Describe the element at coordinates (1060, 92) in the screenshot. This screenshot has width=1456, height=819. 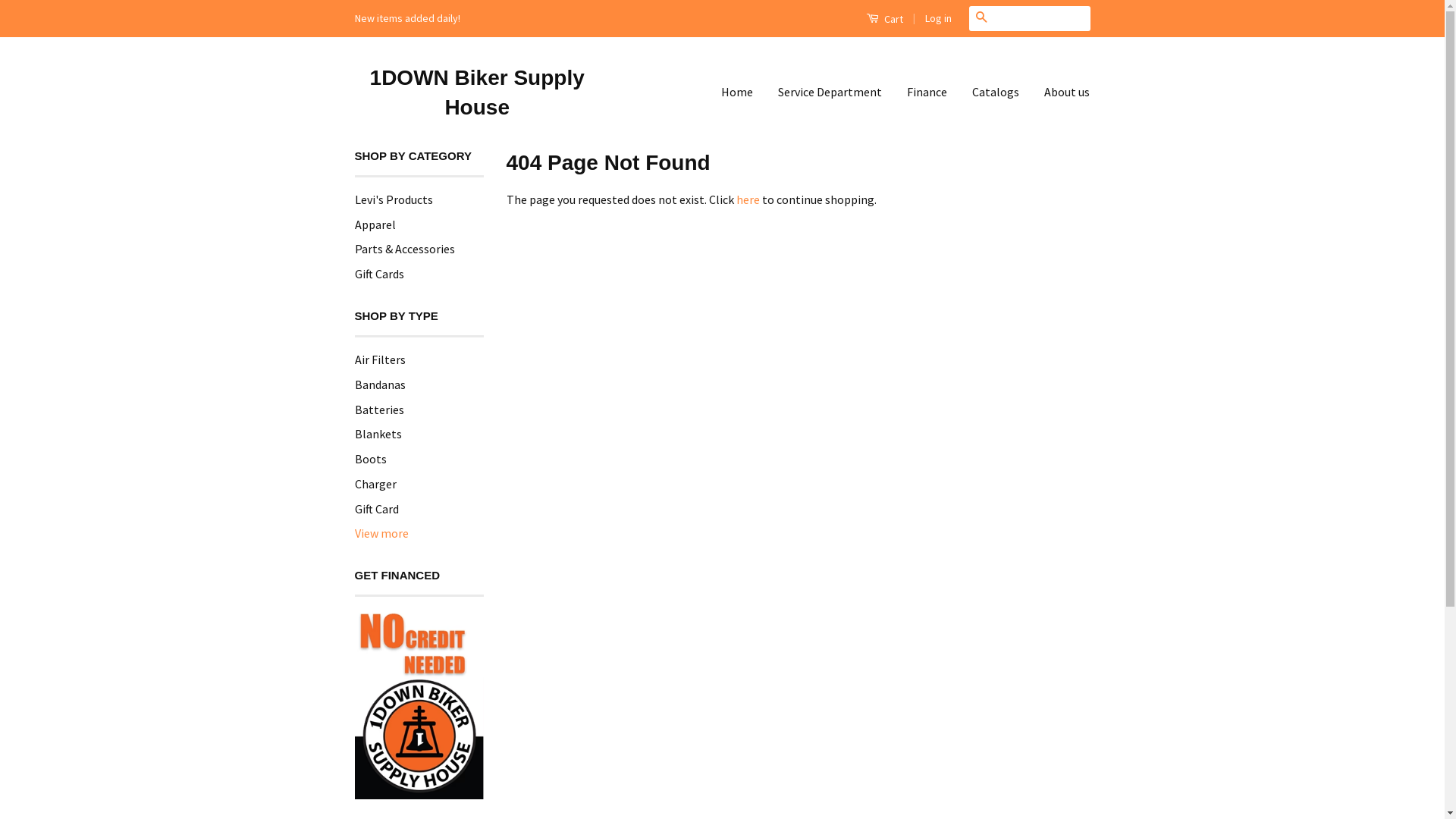
I see `'About us'` at that location.